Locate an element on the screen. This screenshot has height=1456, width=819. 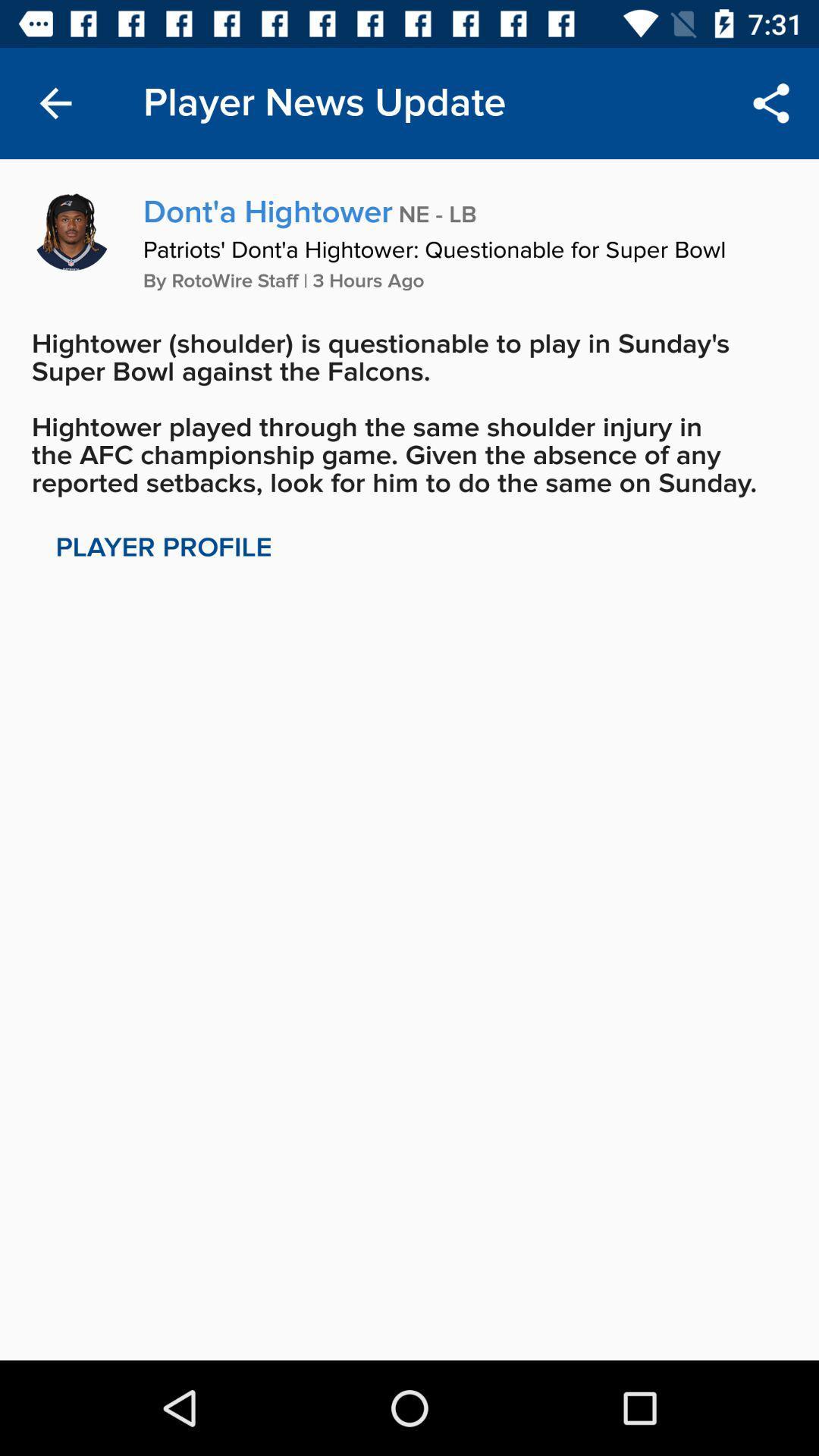
item to the right of player news update item is located at coordinates (771, 102).